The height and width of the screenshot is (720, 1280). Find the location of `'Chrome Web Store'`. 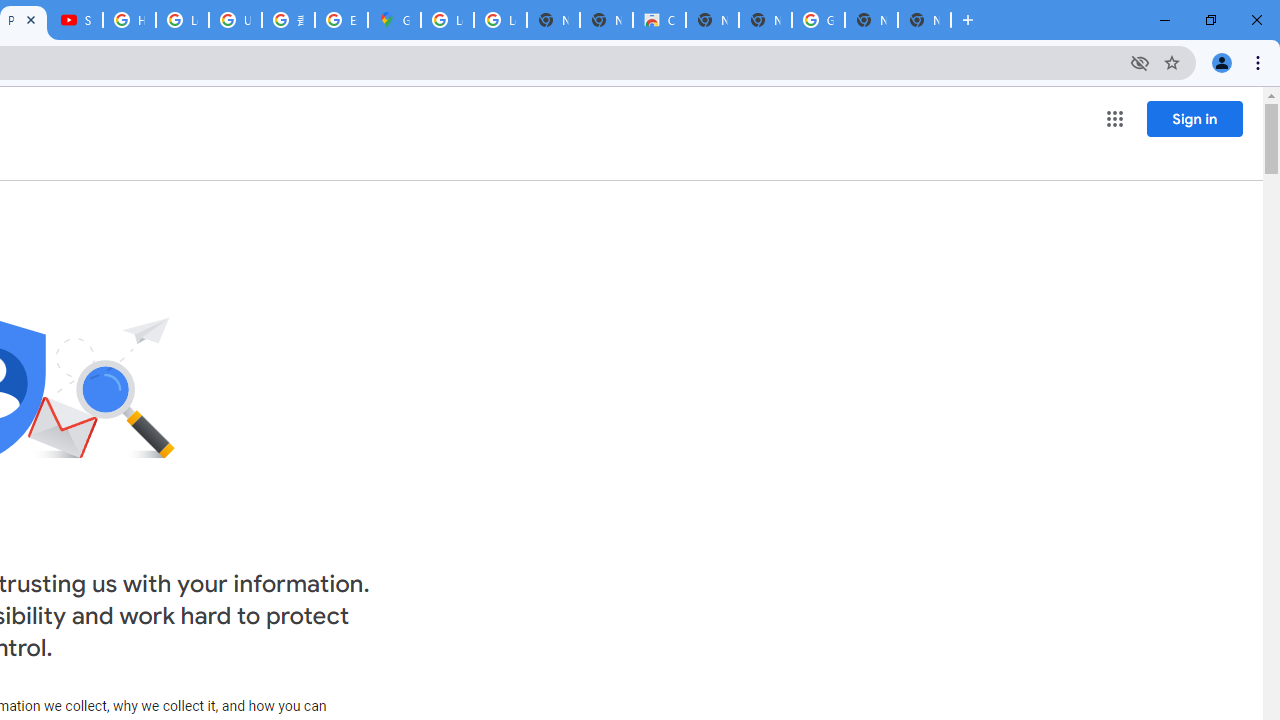

'Chrome Web Store' is located at coordinates (659, 20).